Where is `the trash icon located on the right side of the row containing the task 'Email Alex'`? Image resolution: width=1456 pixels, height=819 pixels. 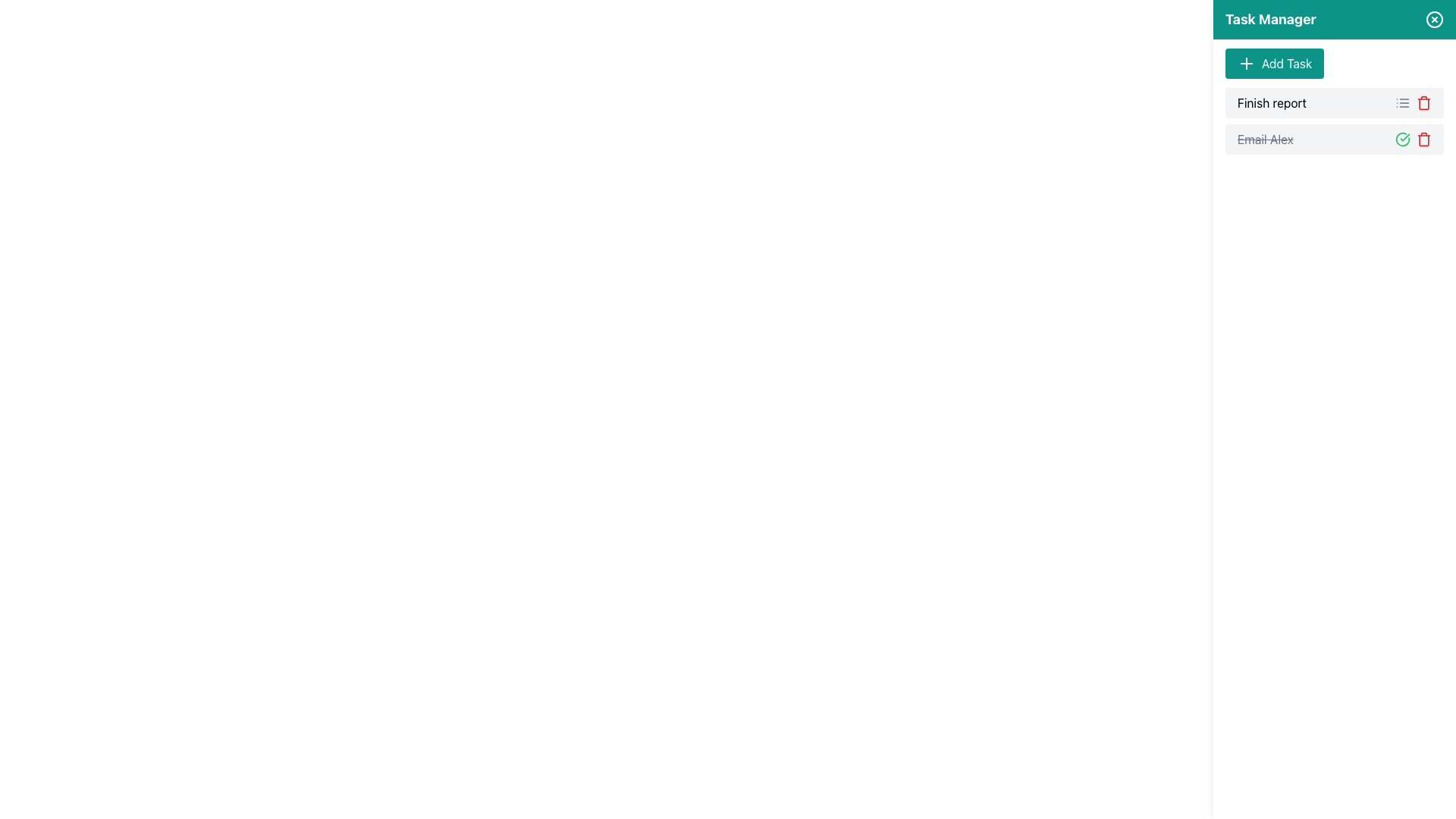
the trash icon located on the right side of the row containing the task 'Email Alex' is located at coordinates (1423, 140).